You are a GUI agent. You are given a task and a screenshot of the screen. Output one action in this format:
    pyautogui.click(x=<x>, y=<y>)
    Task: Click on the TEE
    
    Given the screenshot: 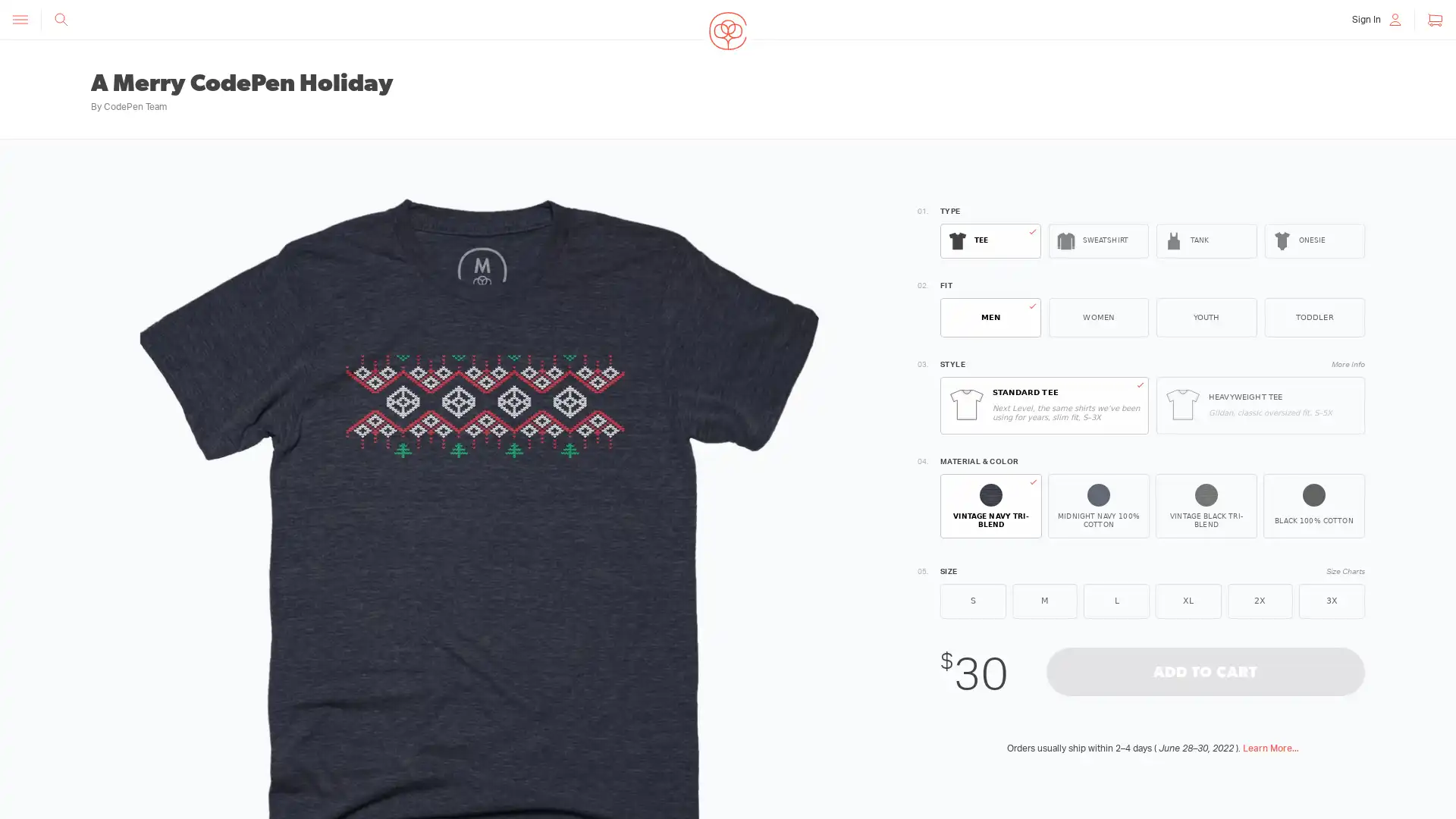 What is the action you would take?
    pyautogui.click(x=990, y=240)
    